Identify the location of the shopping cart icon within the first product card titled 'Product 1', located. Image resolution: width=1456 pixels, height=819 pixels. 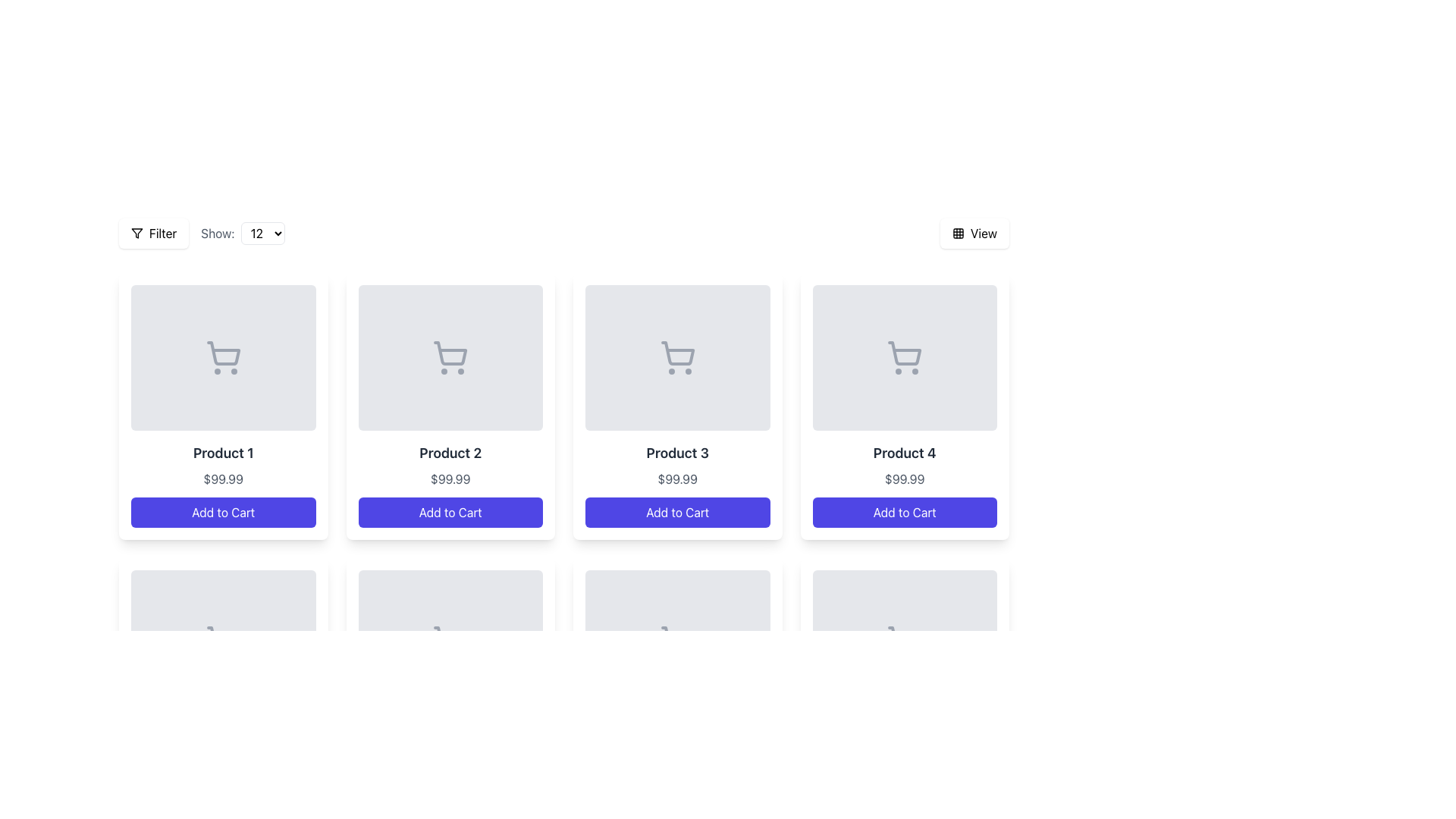
(222, 357).